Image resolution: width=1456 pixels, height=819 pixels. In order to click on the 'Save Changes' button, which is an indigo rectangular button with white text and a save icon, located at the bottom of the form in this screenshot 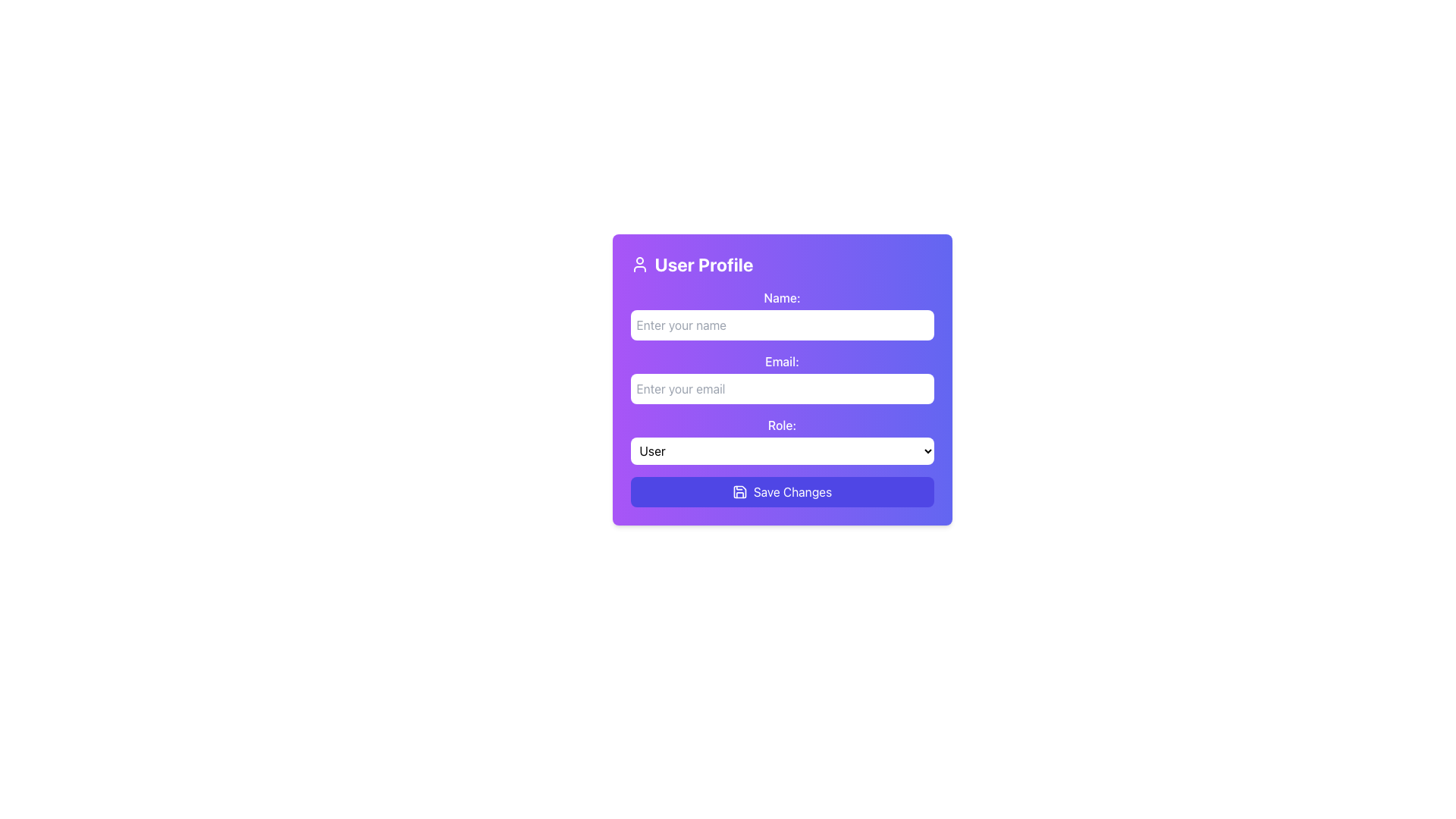, I will do `click(782, 491)`.